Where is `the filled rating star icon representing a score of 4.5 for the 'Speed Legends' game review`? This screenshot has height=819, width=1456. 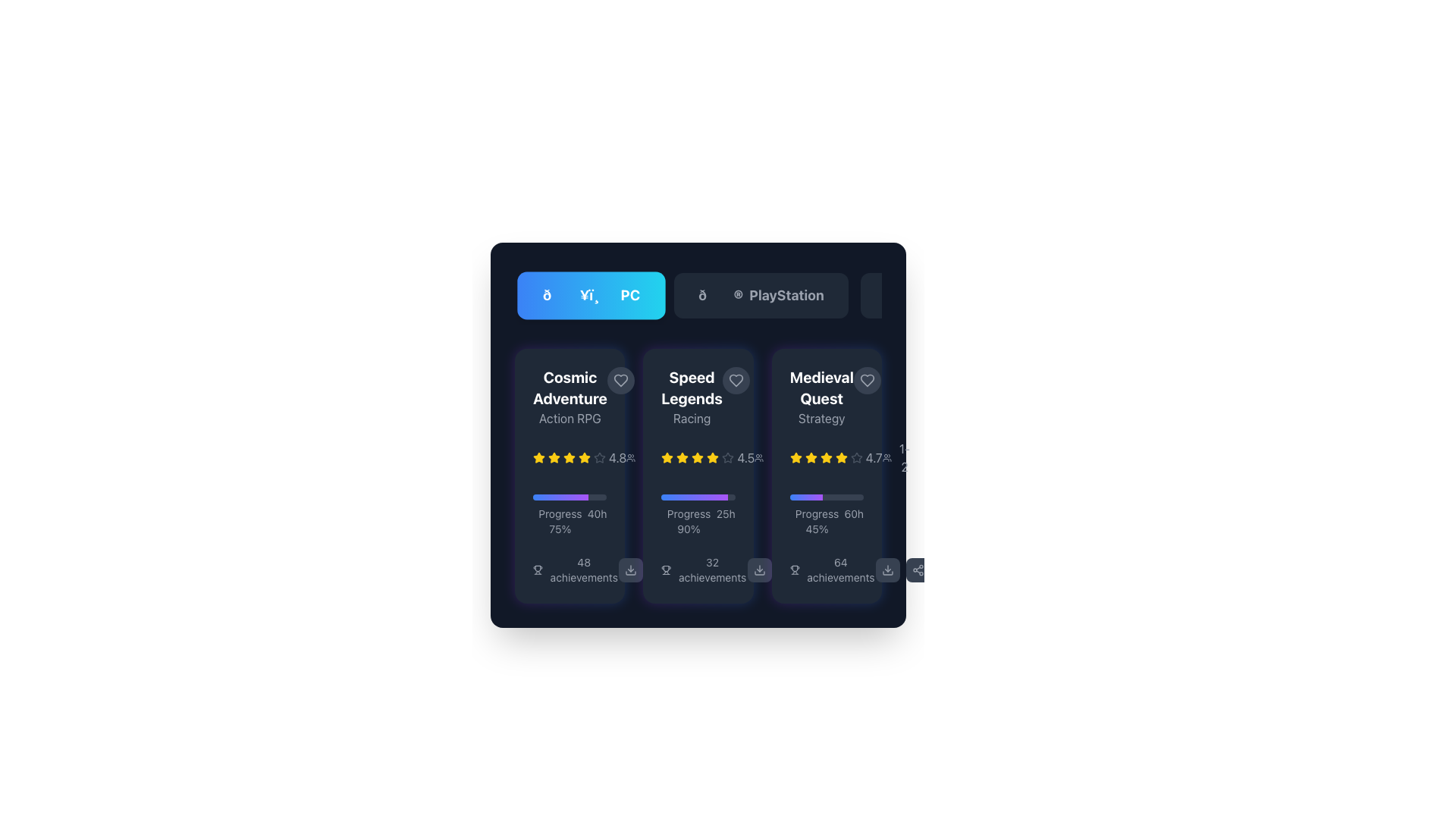 the filled rating star icon representing a score of 4.5 for the 'Speed Legends' game review is located at coordinates (697, 457).